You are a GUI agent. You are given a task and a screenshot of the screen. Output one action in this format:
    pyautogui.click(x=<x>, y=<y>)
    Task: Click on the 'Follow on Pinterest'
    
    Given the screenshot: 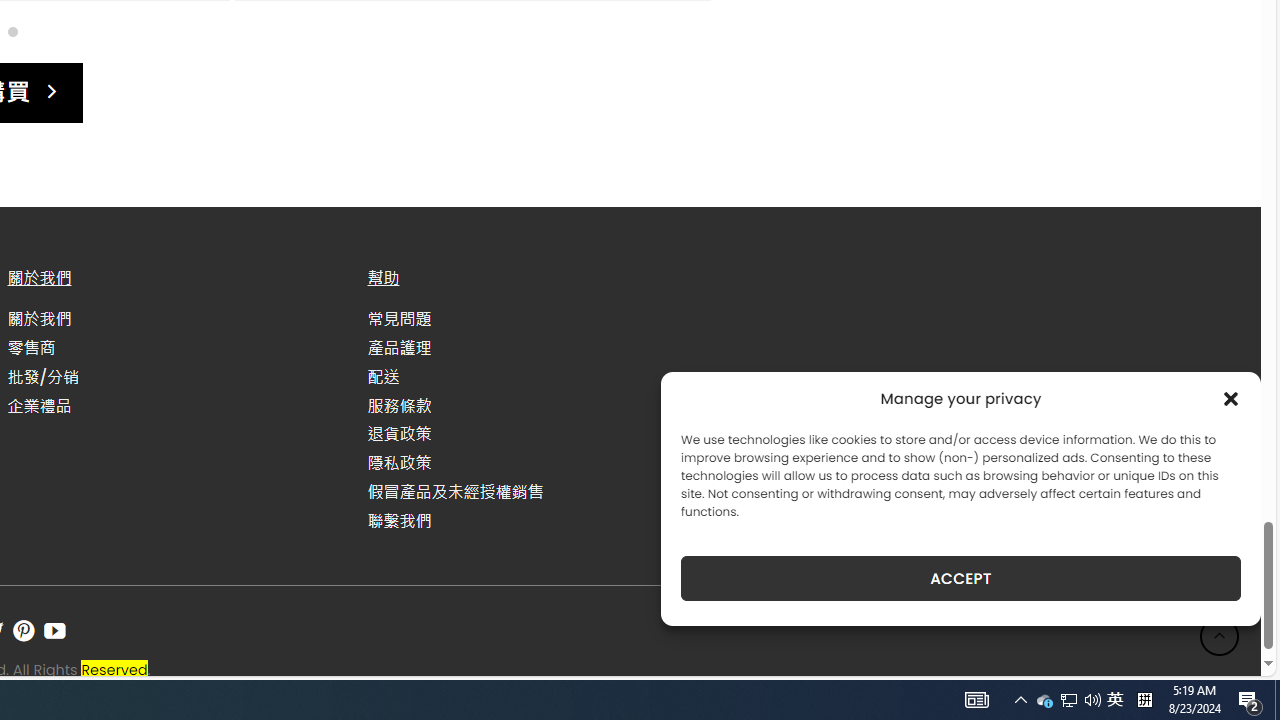 What is the action you would take?
    pyautogui.click(x=23, y=631)
    